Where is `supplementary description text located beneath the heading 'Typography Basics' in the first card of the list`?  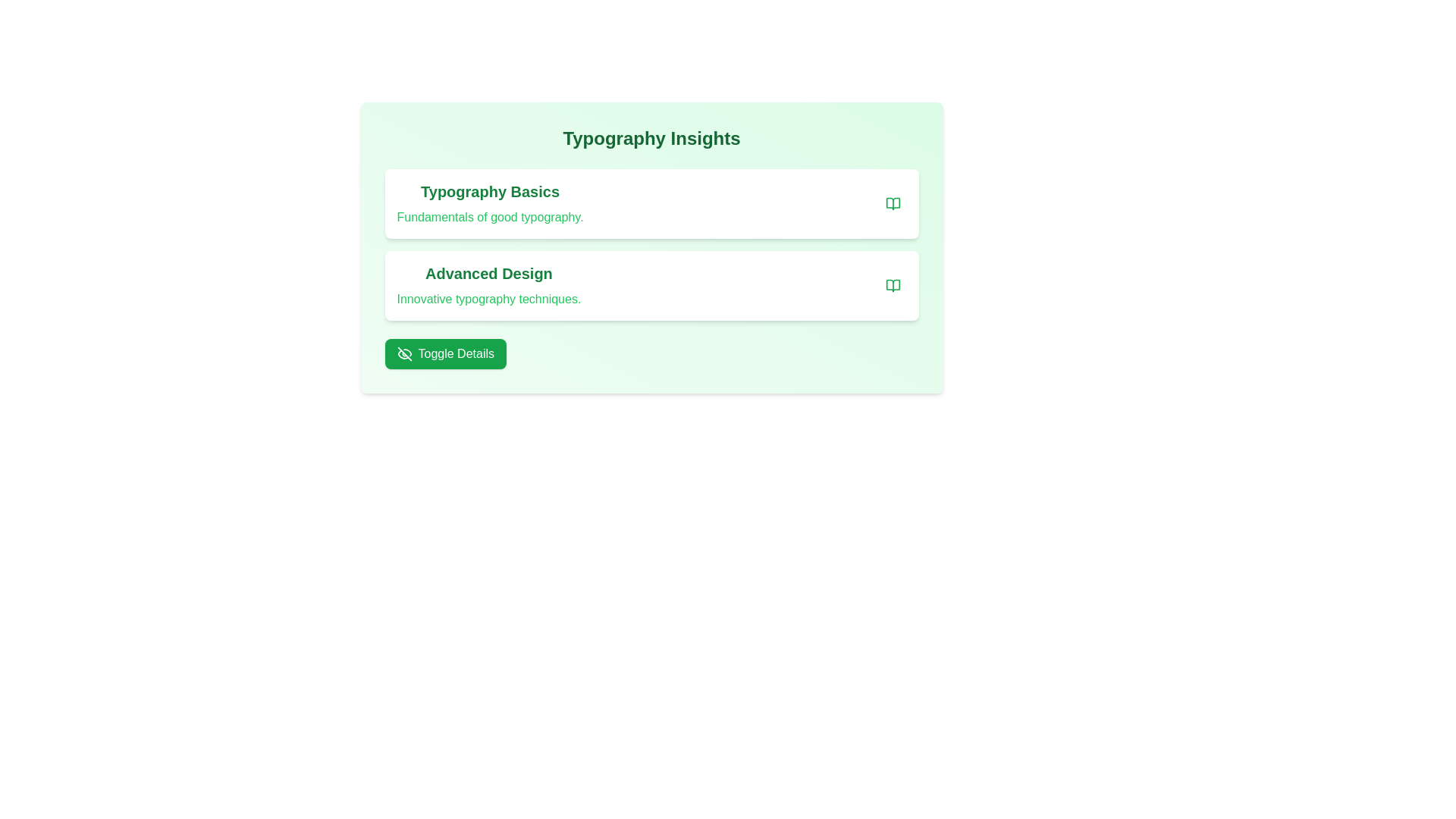
supplementary description text located beneath the heading 'Typography Basics' in the first card of the list is located at coordinates (490, 217).